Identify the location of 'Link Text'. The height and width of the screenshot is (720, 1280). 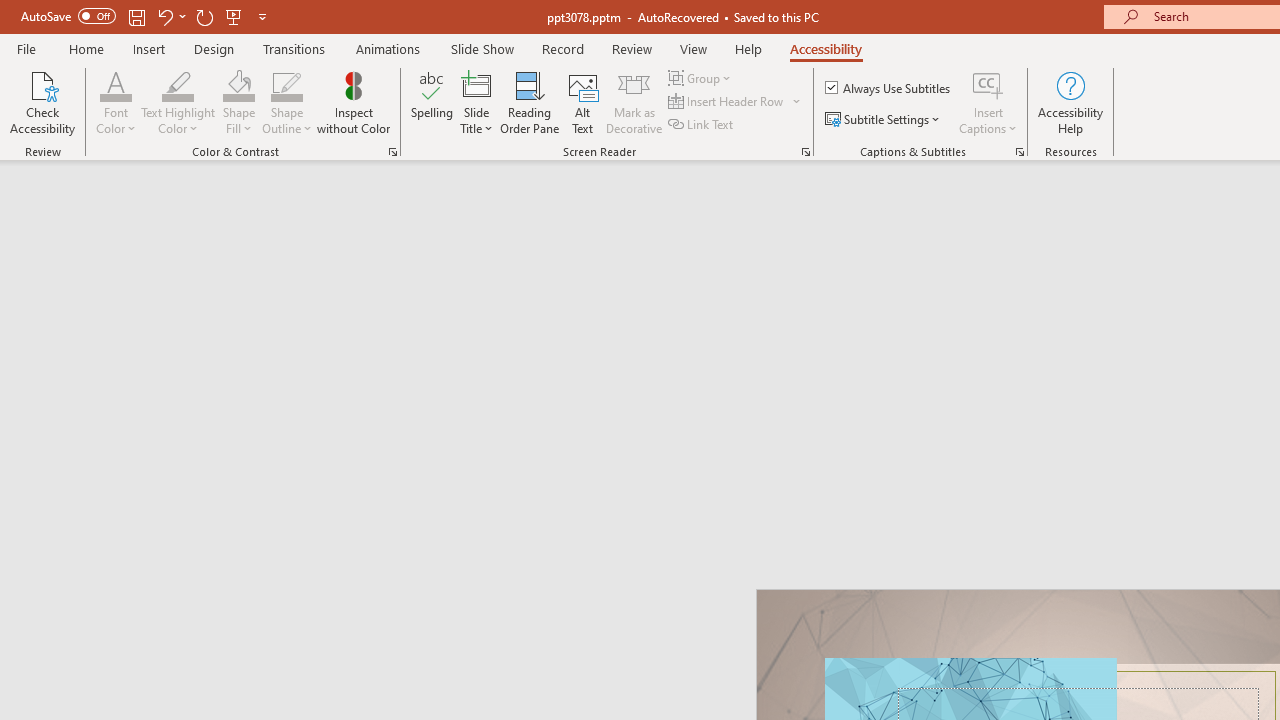
(702, 124).